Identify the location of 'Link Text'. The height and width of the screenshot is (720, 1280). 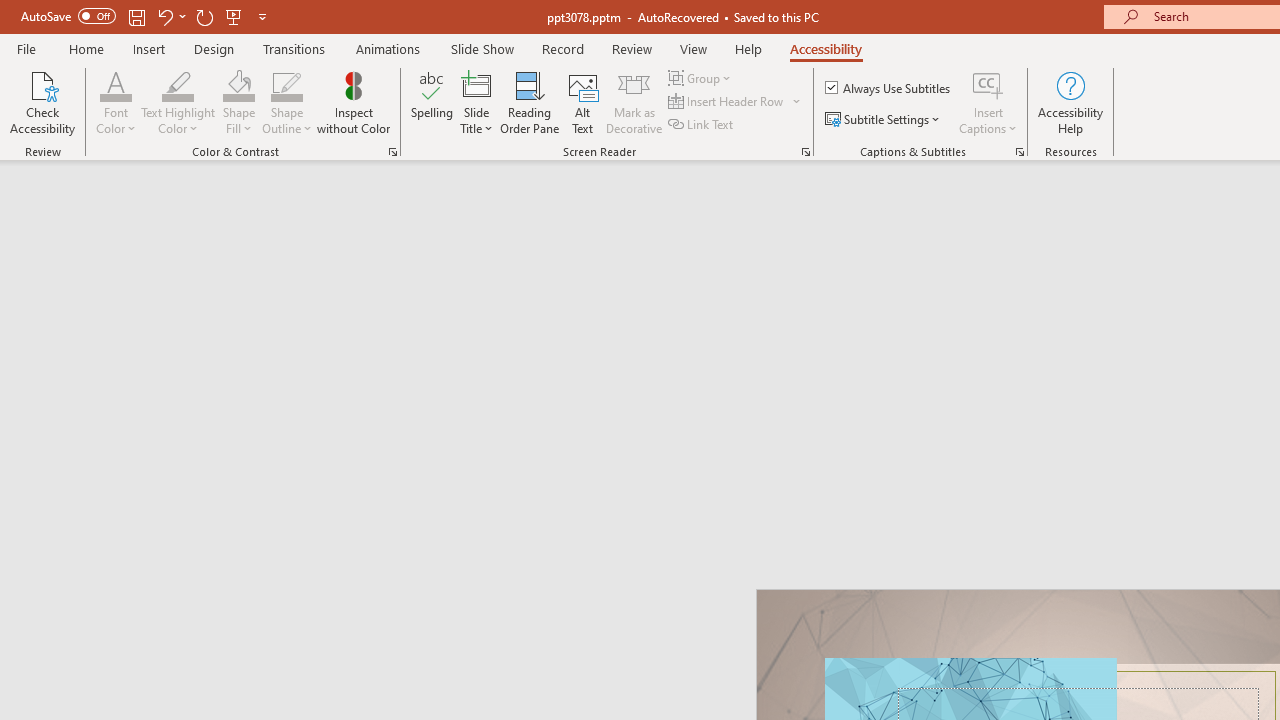
(702, 124).